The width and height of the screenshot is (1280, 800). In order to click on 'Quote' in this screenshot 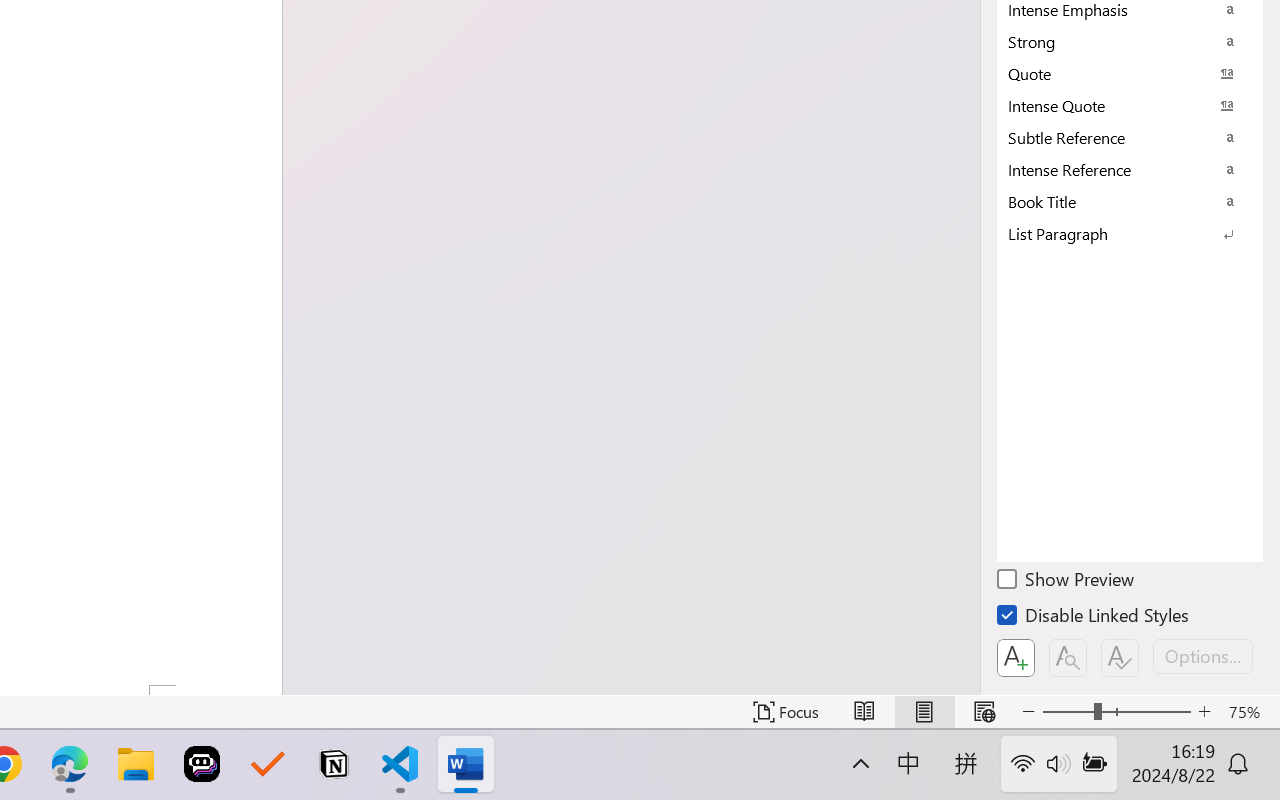, I will do `click(1130, 73)`.